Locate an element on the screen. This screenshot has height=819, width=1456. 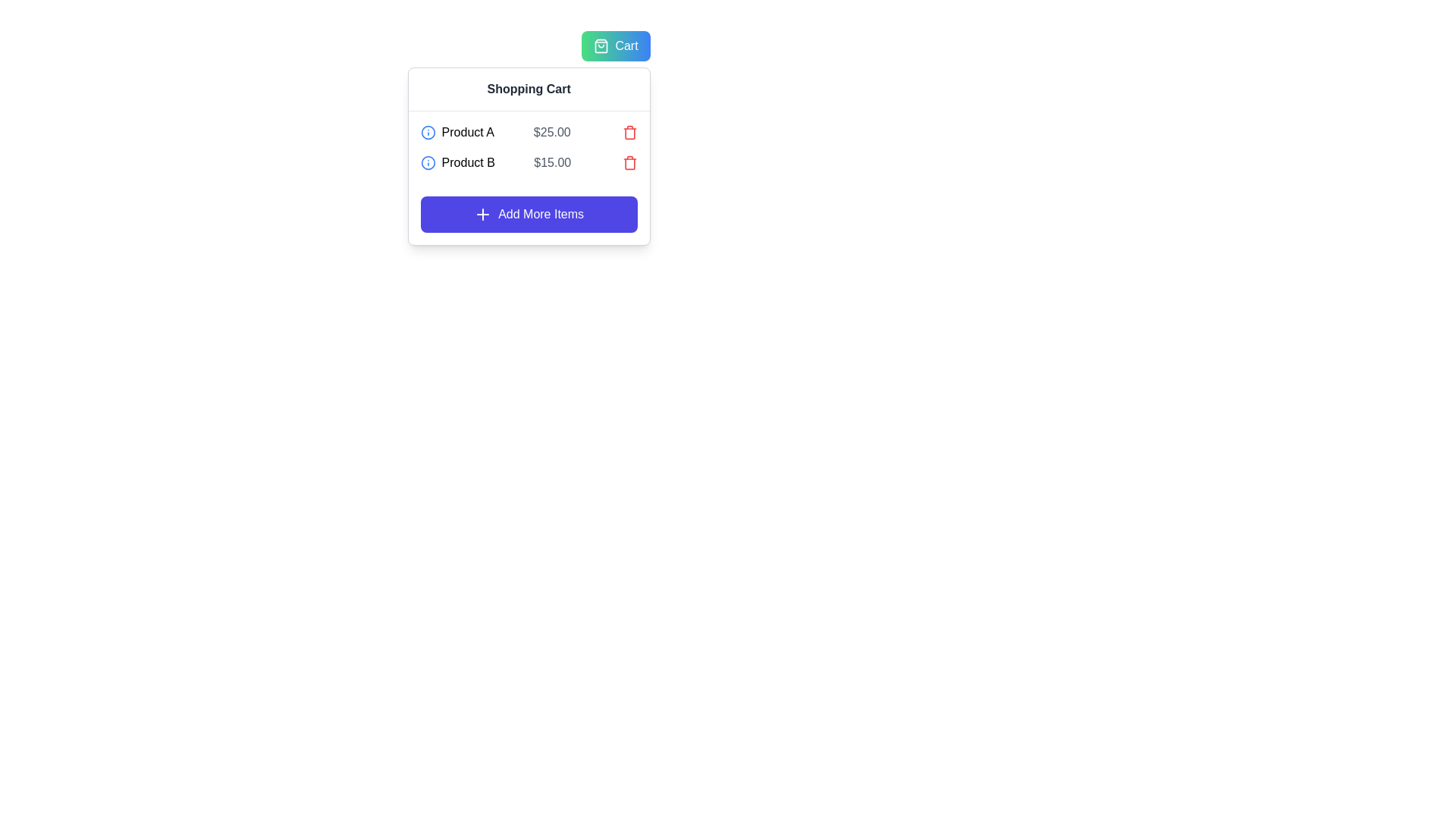
the second text label in the 'Shopping Cart' section is located at coordinates (467, 163).